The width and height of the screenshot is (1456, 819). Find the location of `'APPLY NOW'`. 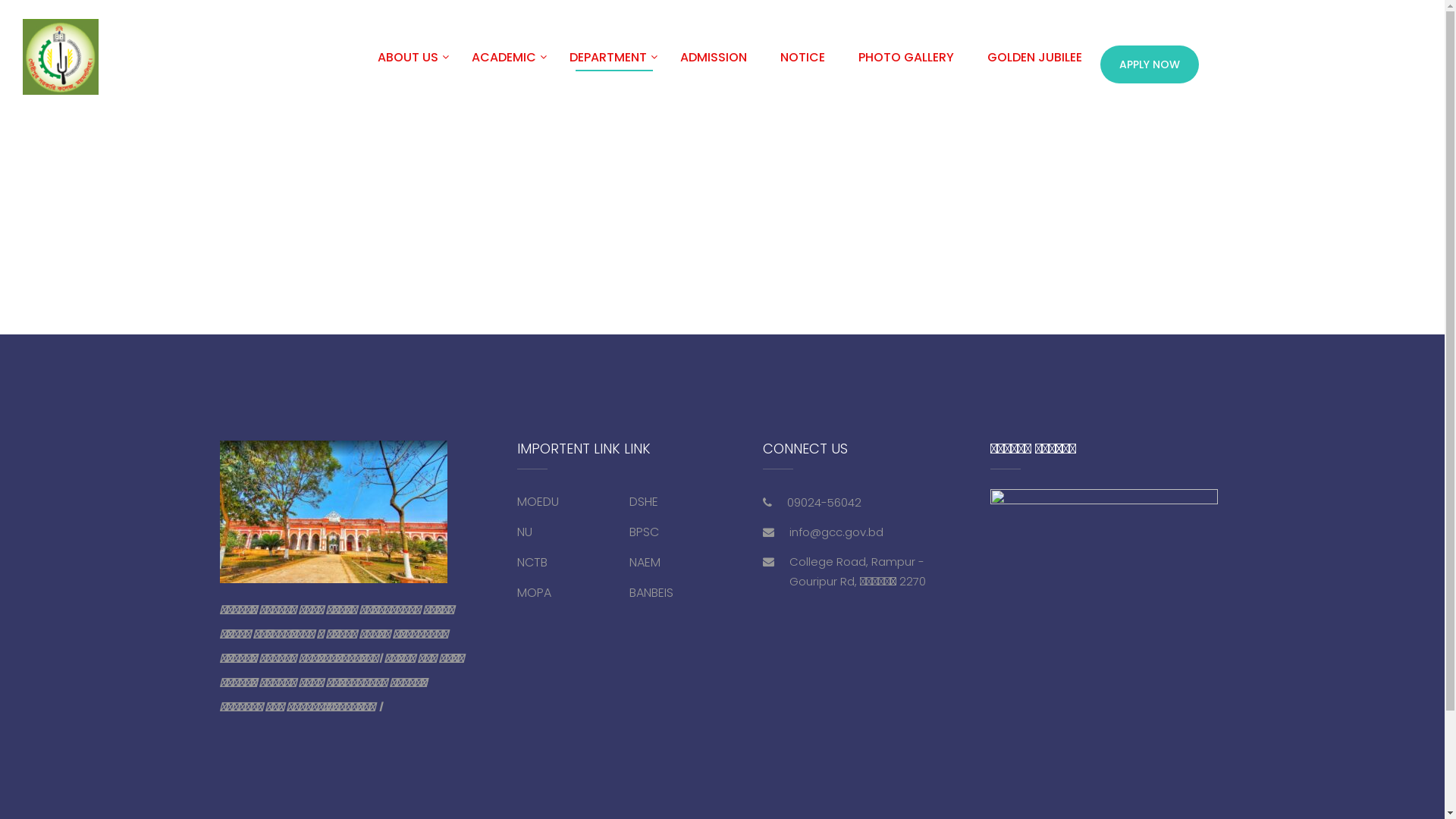

'APPLY NOW' is located at coordinates (1100, 63).